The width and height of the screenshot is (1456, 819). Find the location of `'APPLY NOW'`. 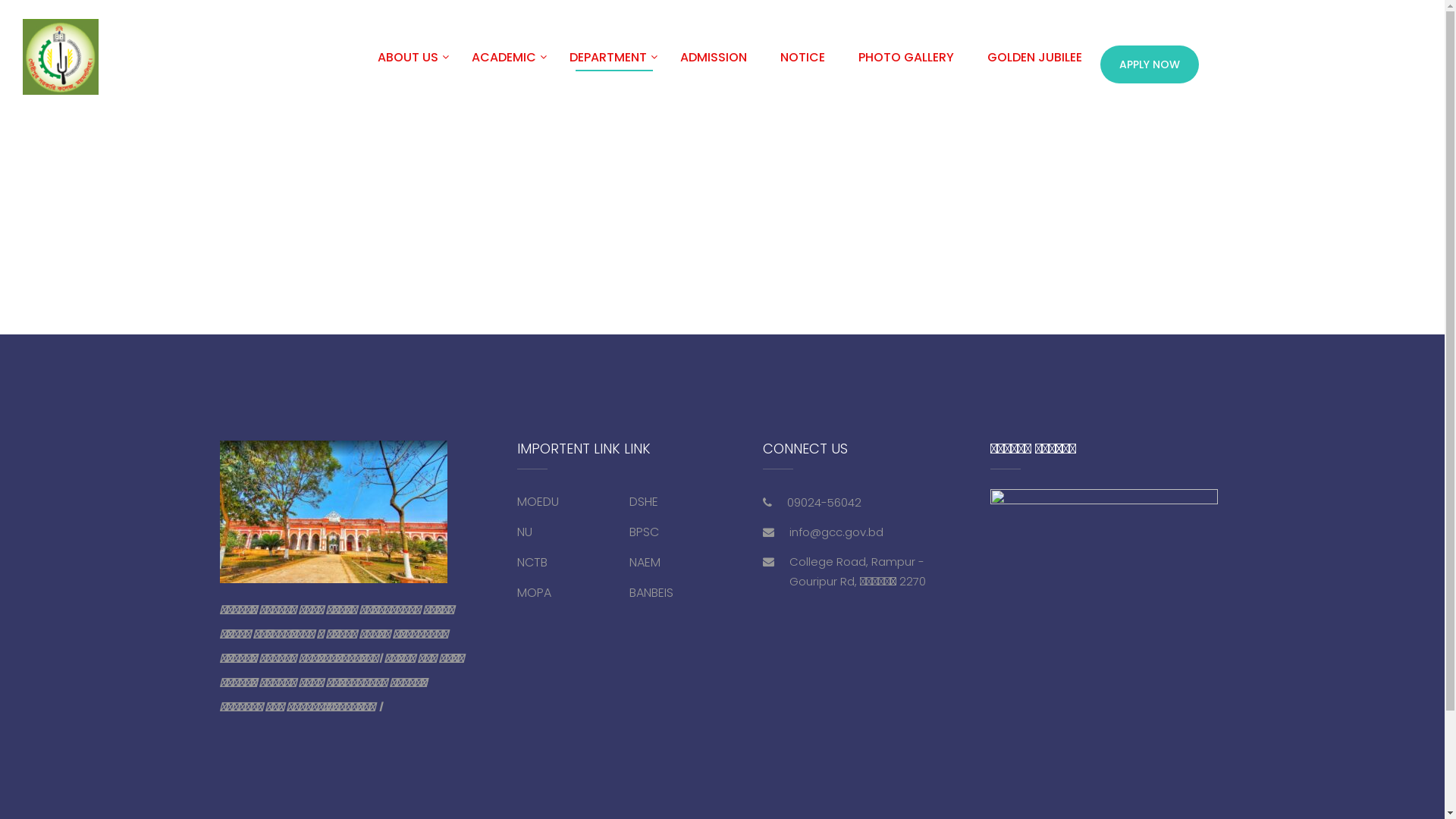

'APPLY NOW' is located at coordinates (1100, 63).